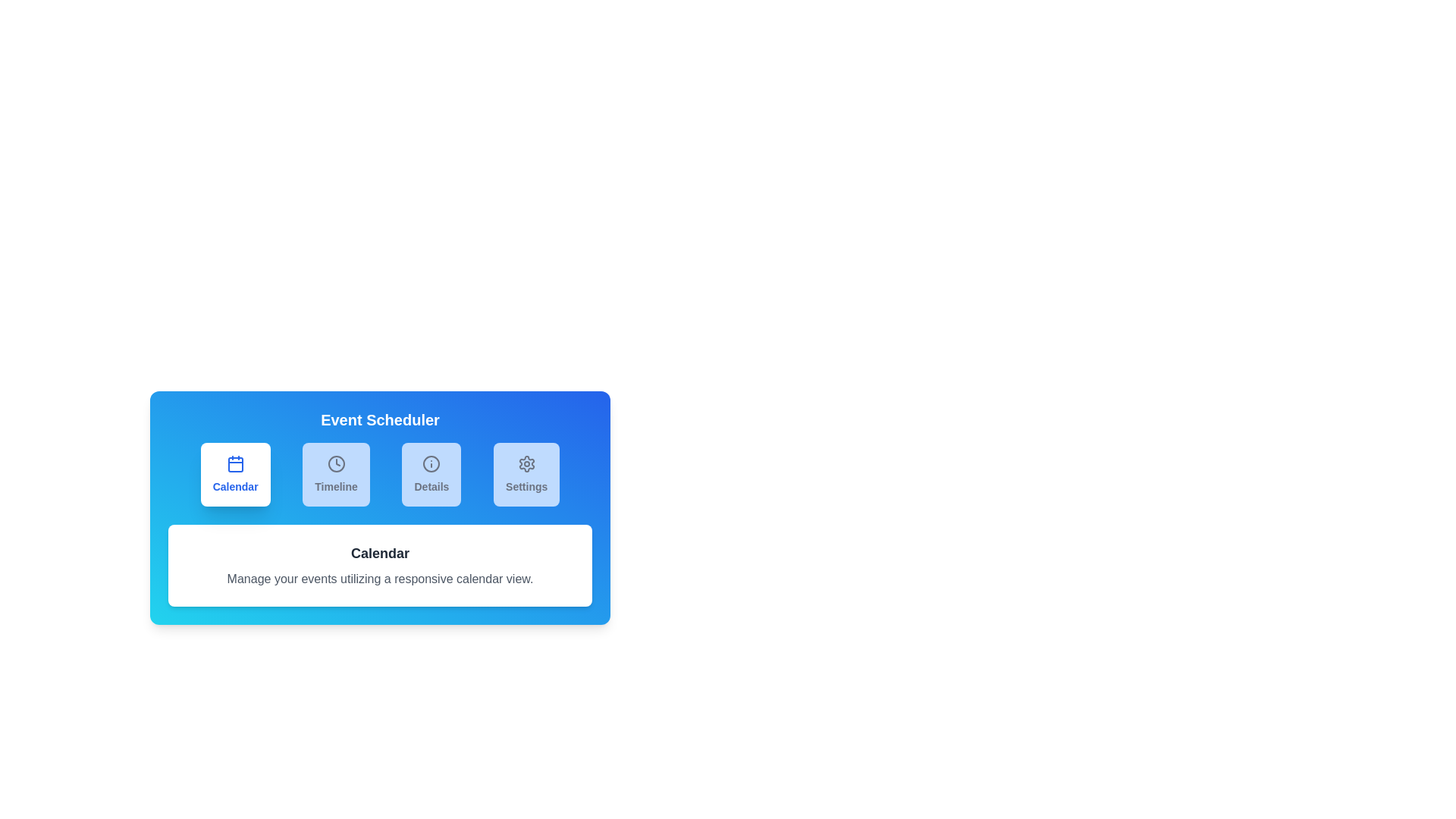 The width and height of the screenshot is (1456, 819). Describe the element at coordinates (335, 473) in the screenshot. I see `the tab labeled Timeline` at that location.